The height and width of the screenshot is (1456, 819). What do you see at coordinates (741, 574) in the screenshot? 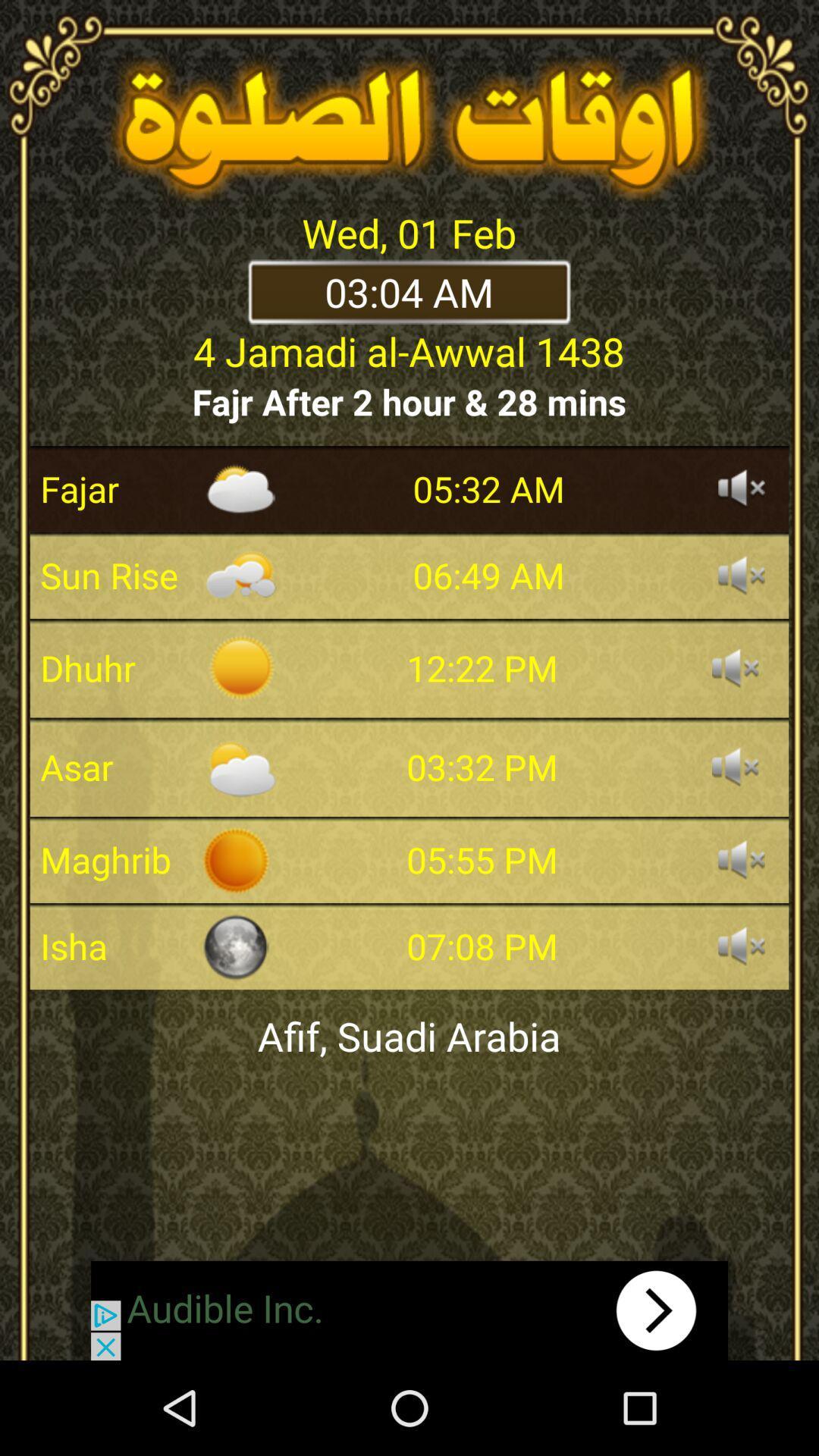
I see `sun rise button` at bounding box center [741, 574].